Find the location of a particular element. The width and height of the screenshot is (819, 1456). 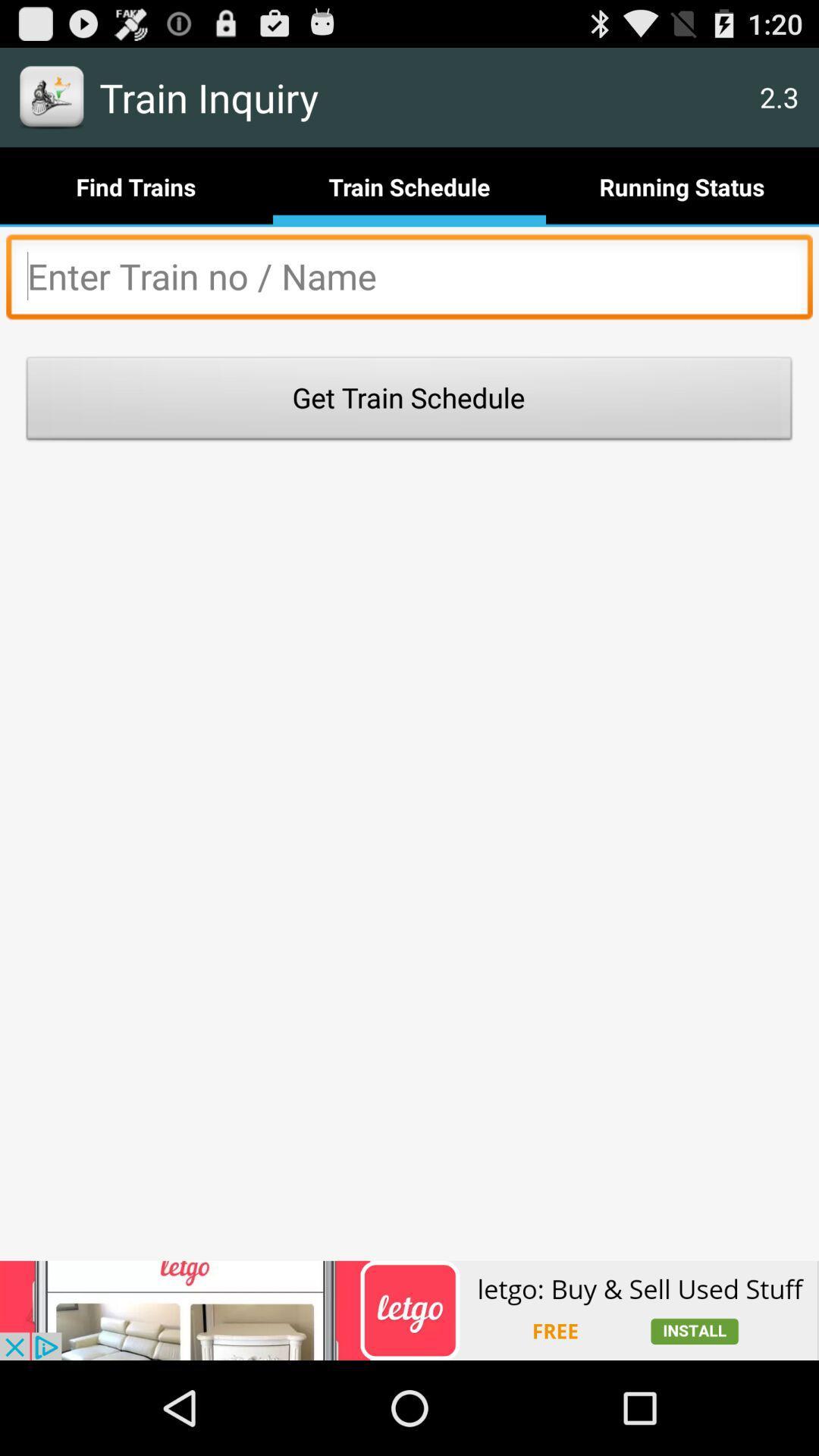

watch advertisement is located at coordinates (409, 1310).